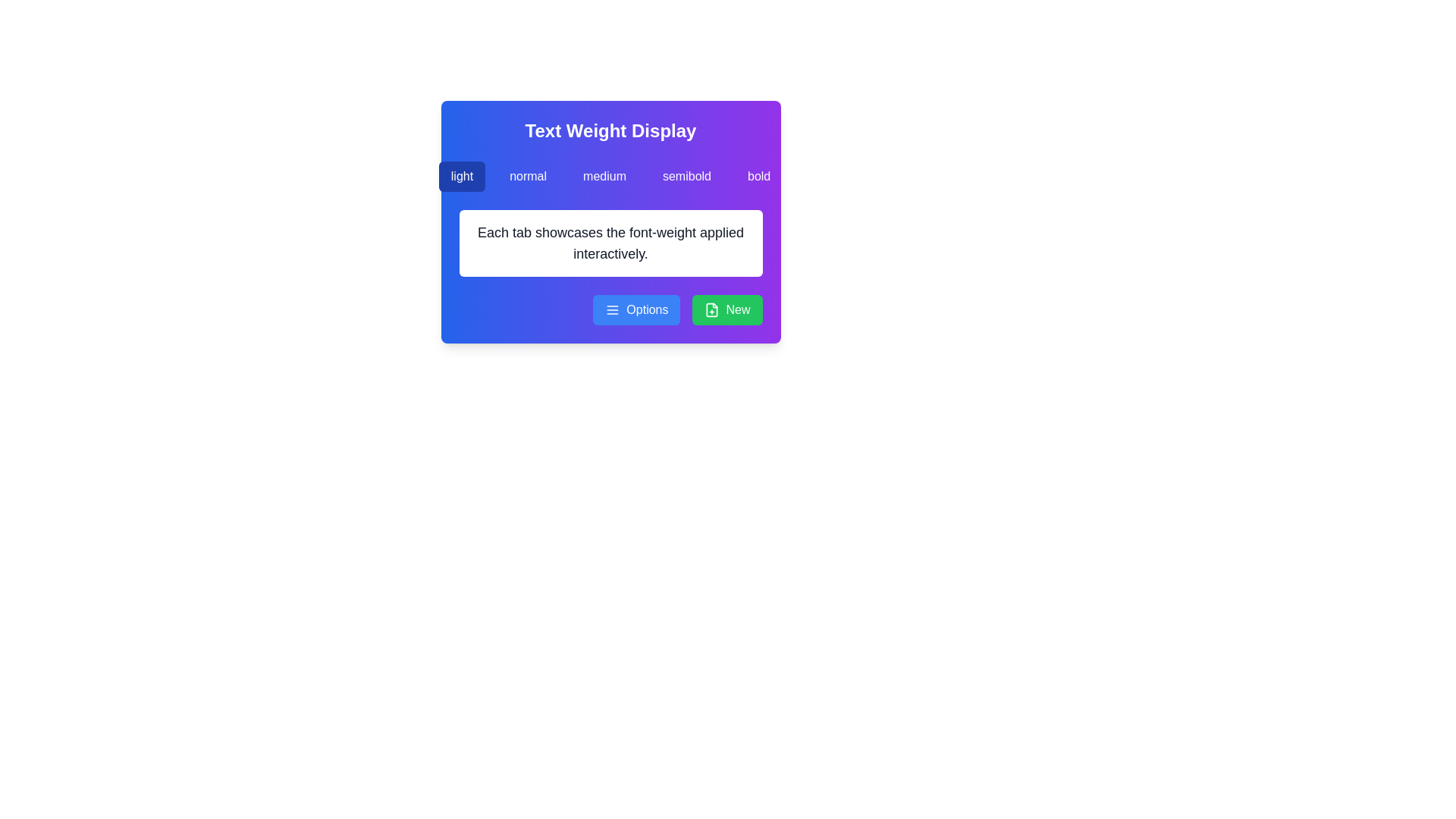 The image size is (1456, 819). What do you see at coordinates (711, 309) in the screenshot?
I see `the document icon with a plus sign within the green 'New' button located at the bottom right corner of the interface` at bounding box center [711, 309].